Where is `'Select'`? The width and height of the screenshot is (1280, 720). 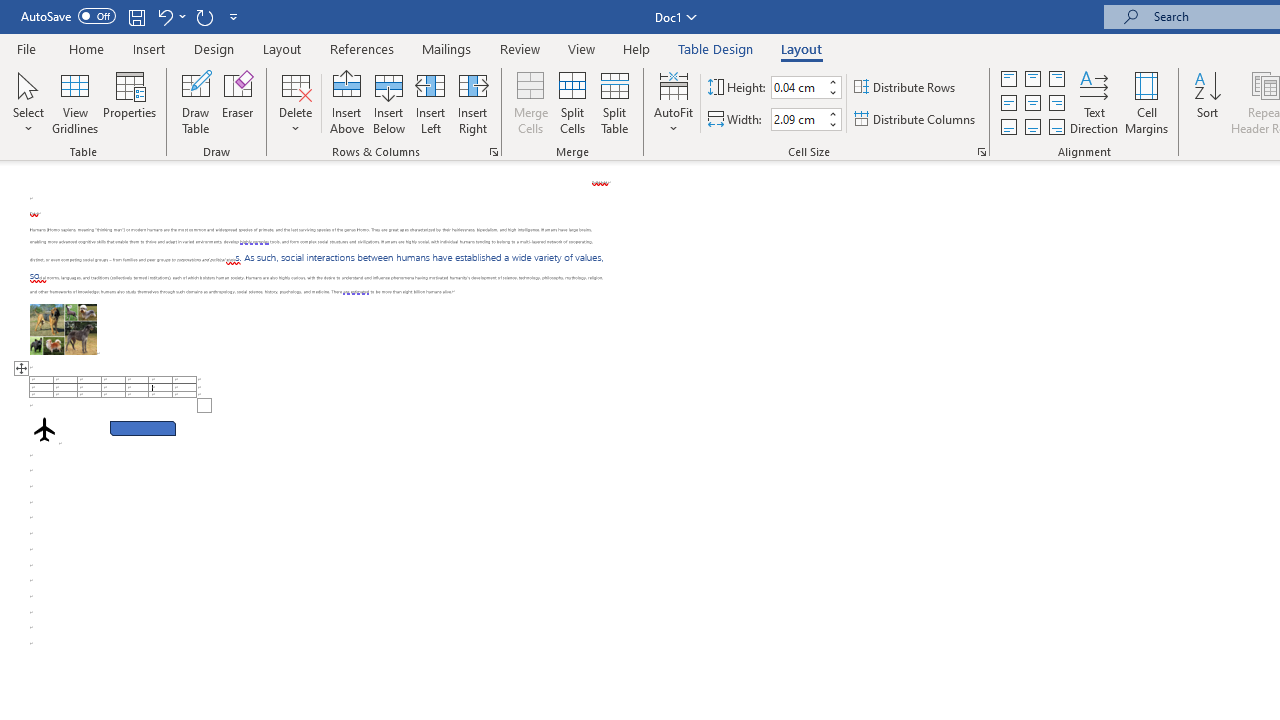 'Select' is located at coordinates (28, 103).